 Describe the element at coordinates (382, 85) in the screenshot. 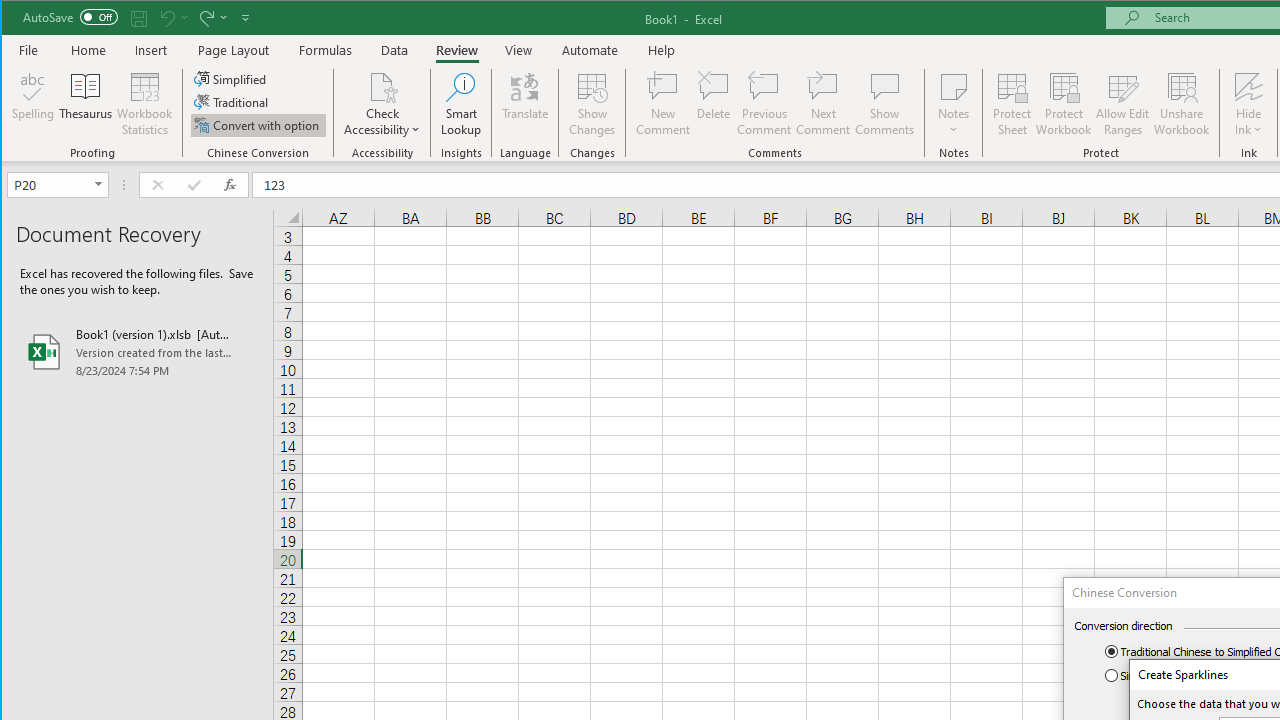

I see `'Check Accessibility'` at that location.